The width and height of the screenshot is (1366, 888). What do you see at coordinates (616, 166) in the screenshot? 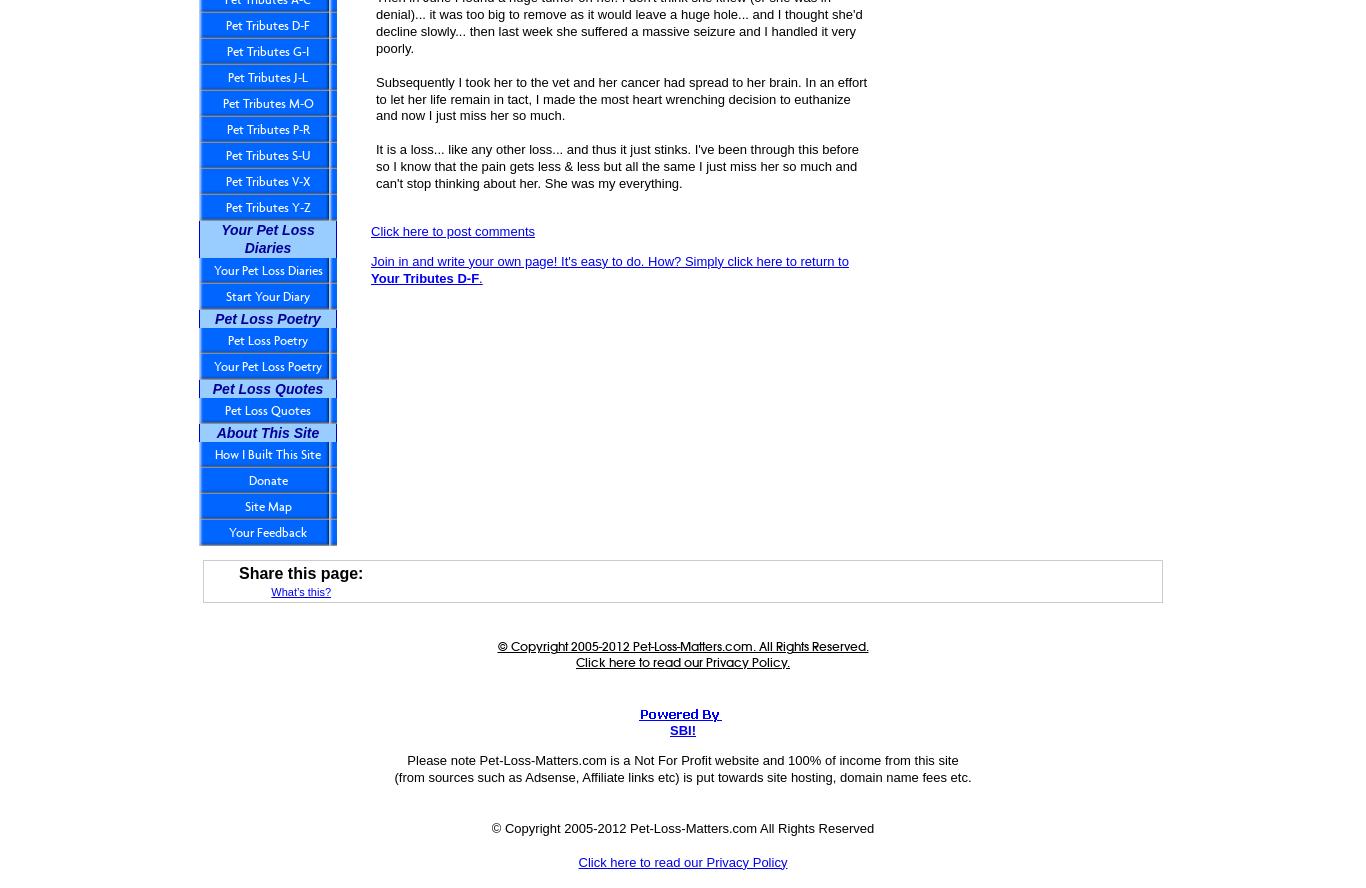
I see `'It is a loss... like any other loss... and thus it just stinks. I've been through this before so I know that the pain gets less & less but all the same I just miss her so much and can't stop thinking about her. She was my everything.'` at bounding box center [616, 166].